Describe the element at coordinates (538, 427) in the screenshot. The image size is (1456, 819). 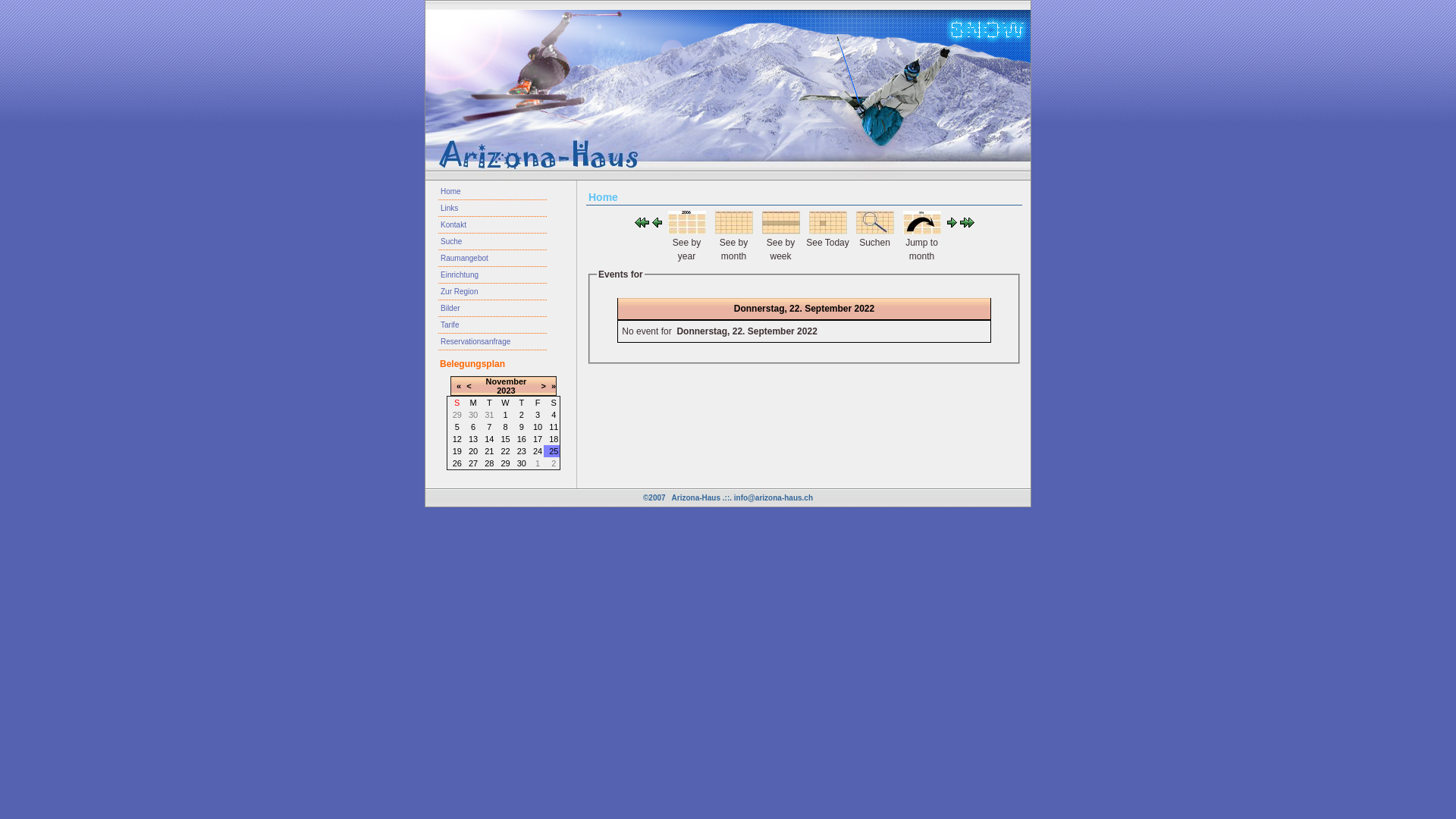
I see `'10'` at that location.